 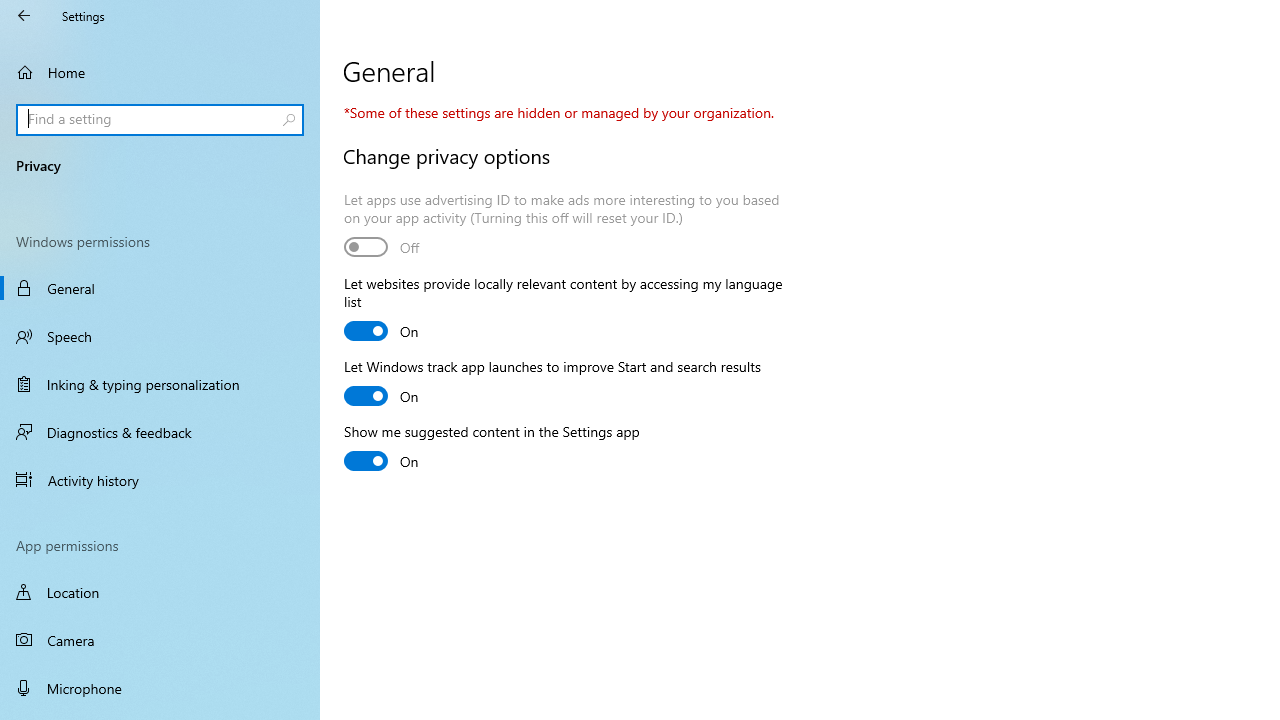 What do you see at coordinates (160, 431) in the screenshot?
I see `'Diagnostics & feedback'` at bounding box center [160, 431].